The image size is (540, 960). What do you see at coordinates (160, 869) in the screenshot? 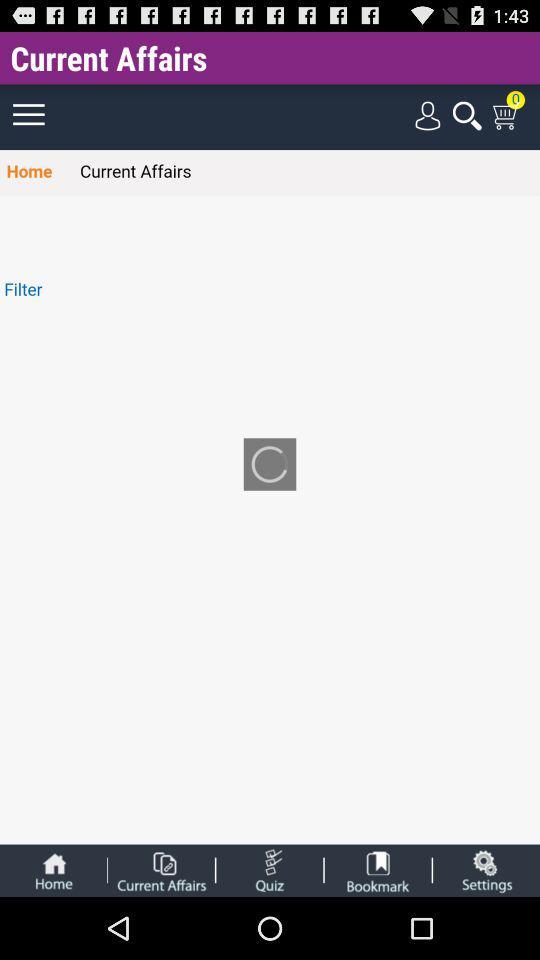
I see `complete option` at bounding box center [160, 869].